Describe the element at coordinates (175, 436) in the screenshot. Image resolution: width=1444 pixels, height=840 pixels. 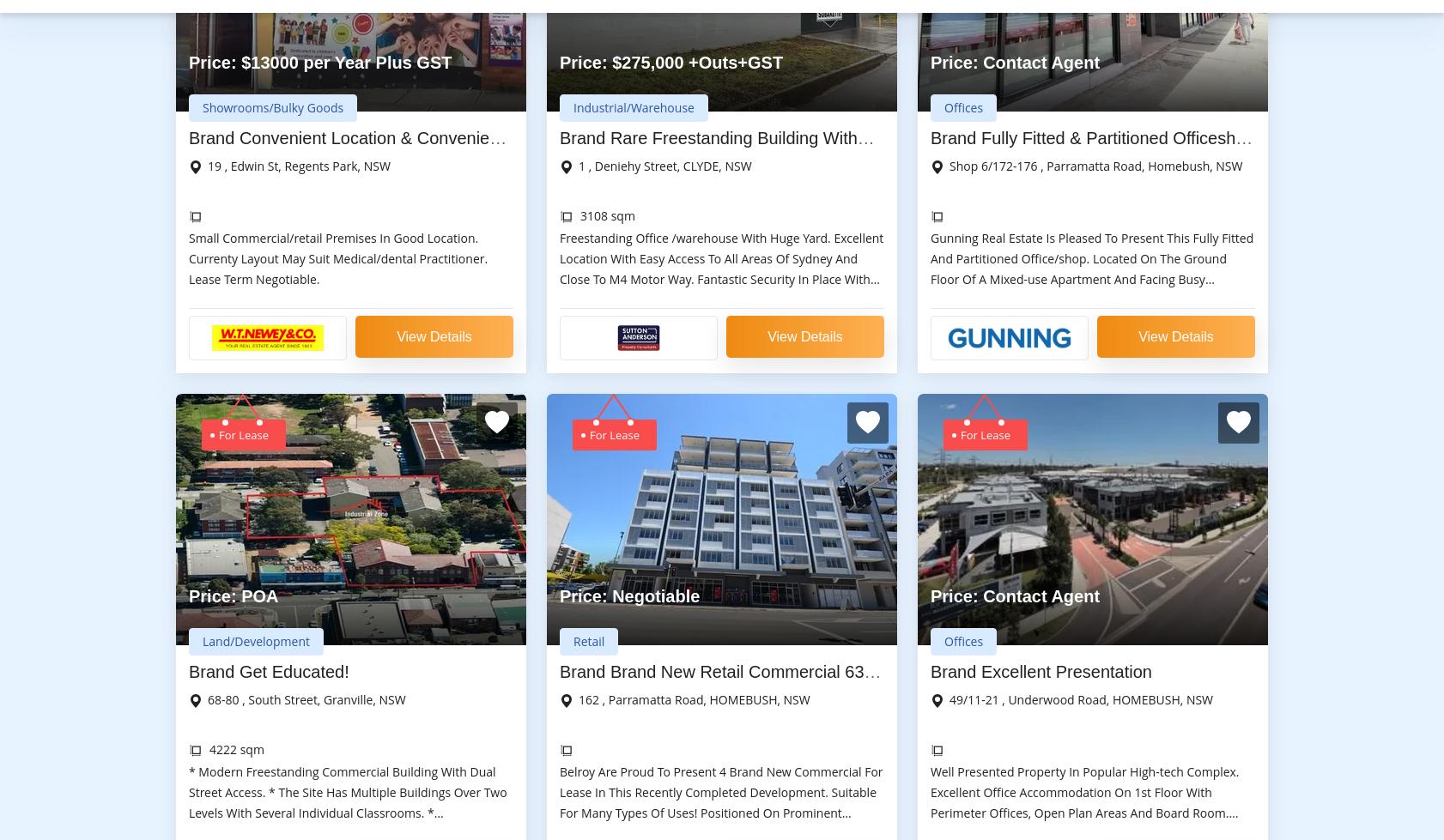
I see `'Commercial Real Estate Darwin'` at that location.